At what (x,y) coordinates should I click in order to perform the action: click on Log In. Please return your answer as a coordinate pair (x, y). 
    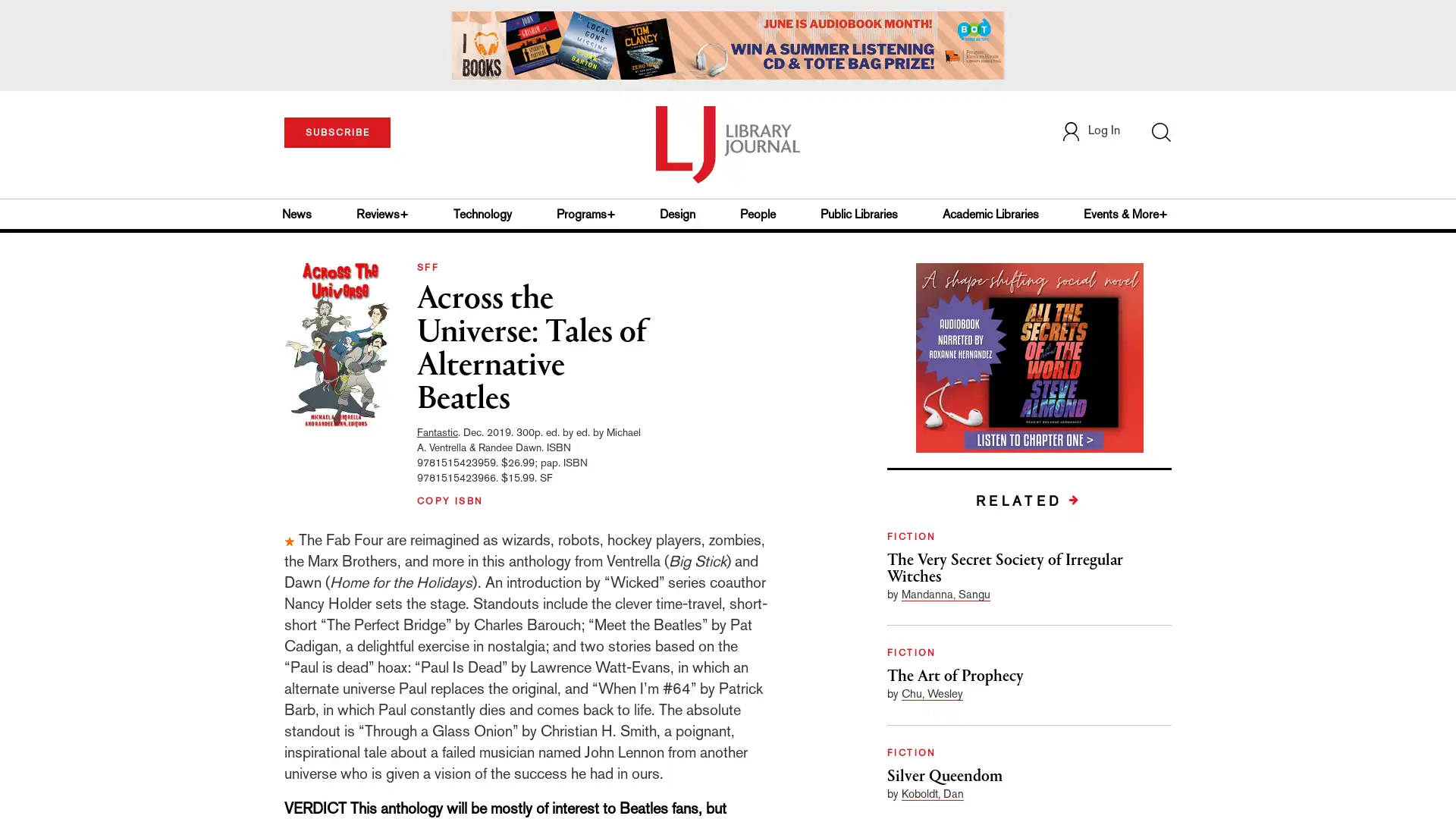
    Looking at the image, I should click on (1090, 130).